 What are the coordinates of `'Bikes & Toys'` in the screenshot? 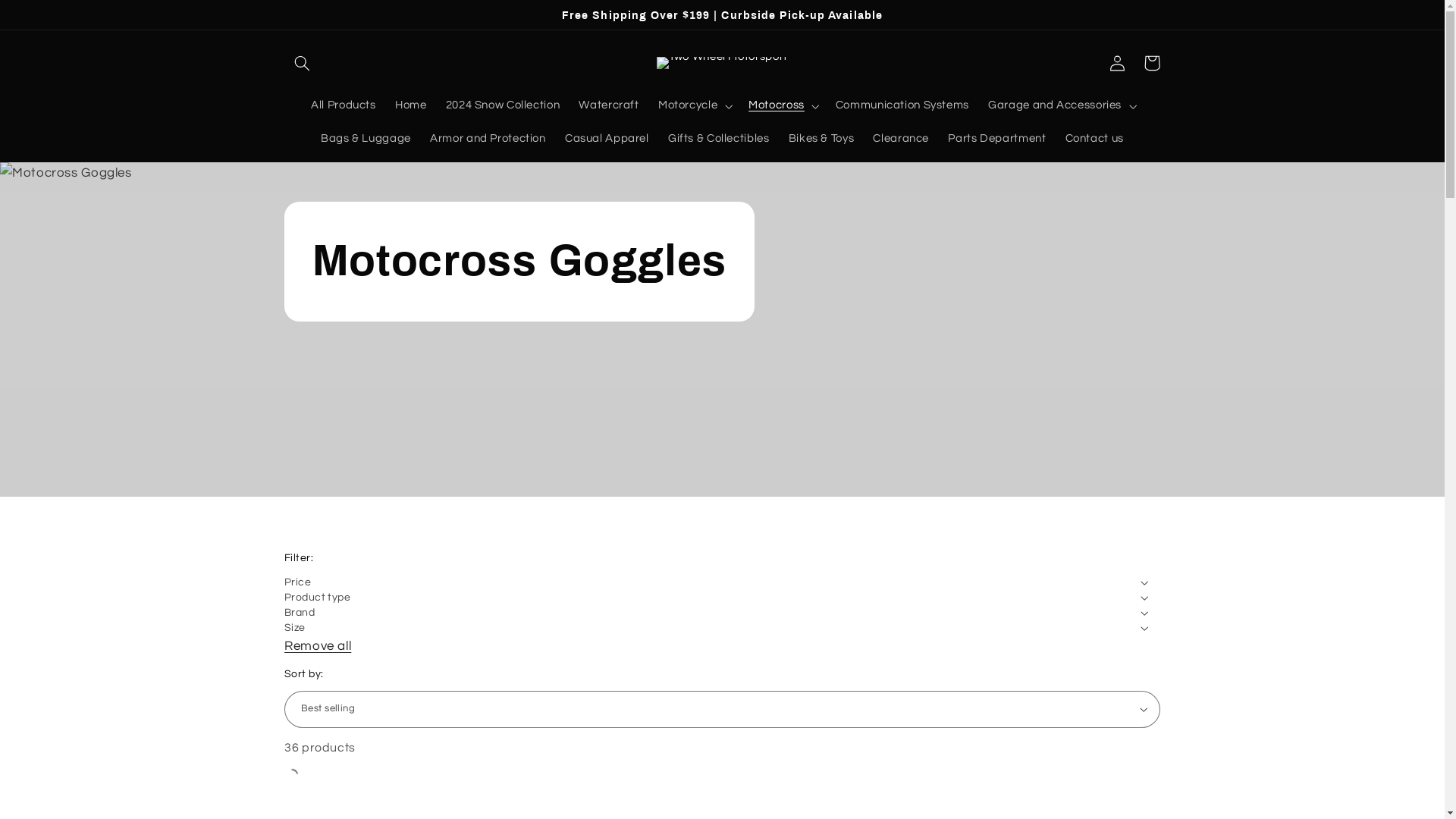 It's located at (821, 140).